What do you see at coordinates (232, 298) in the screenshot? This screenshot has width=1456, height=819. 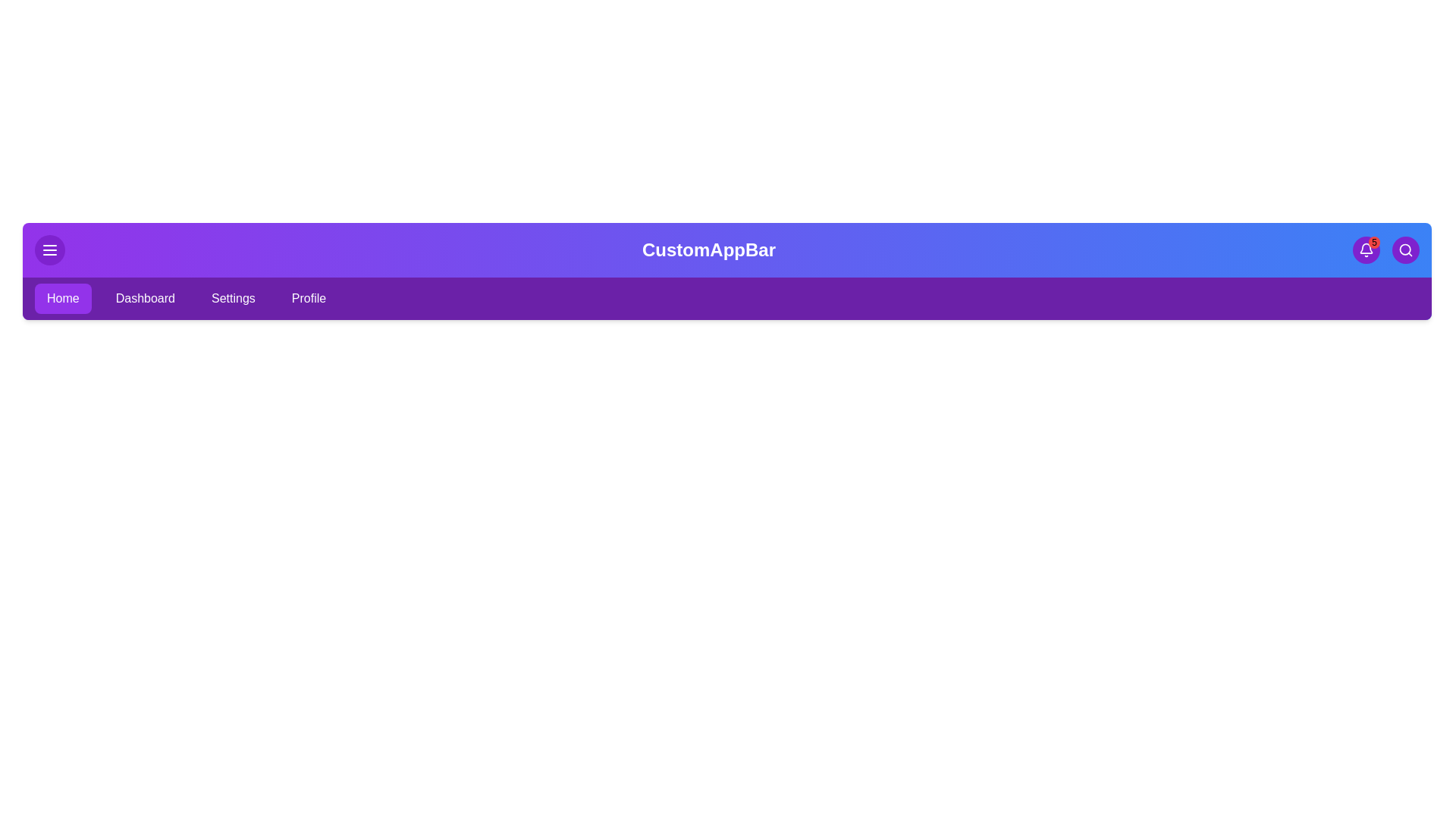 I see `the Settings tab from the navigation bar` at bounding box center [232, 298].